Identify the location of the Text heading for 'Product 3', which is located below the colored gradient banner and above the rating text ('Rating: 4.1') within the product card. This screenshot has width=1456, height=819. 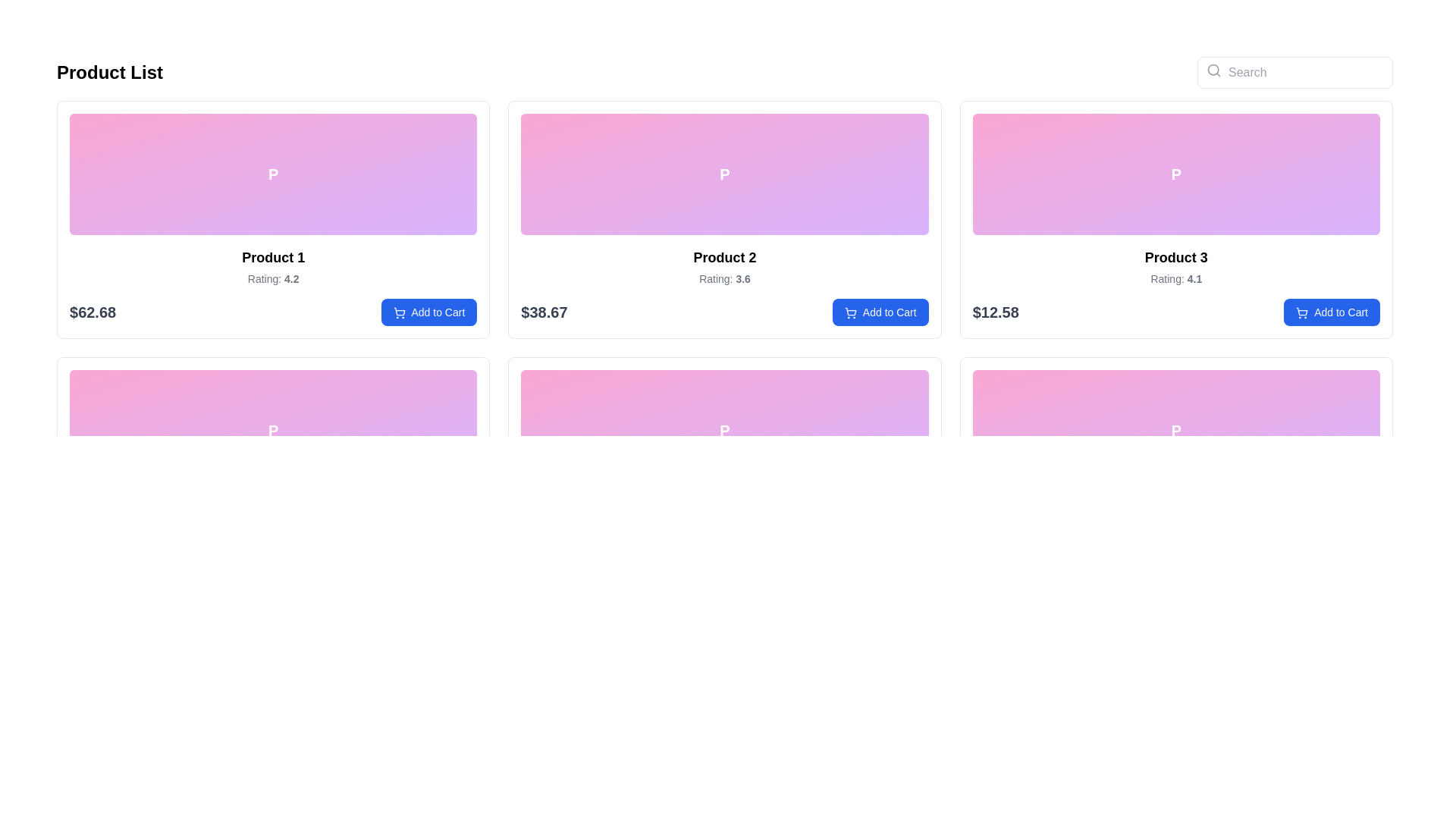
(1175, 256).